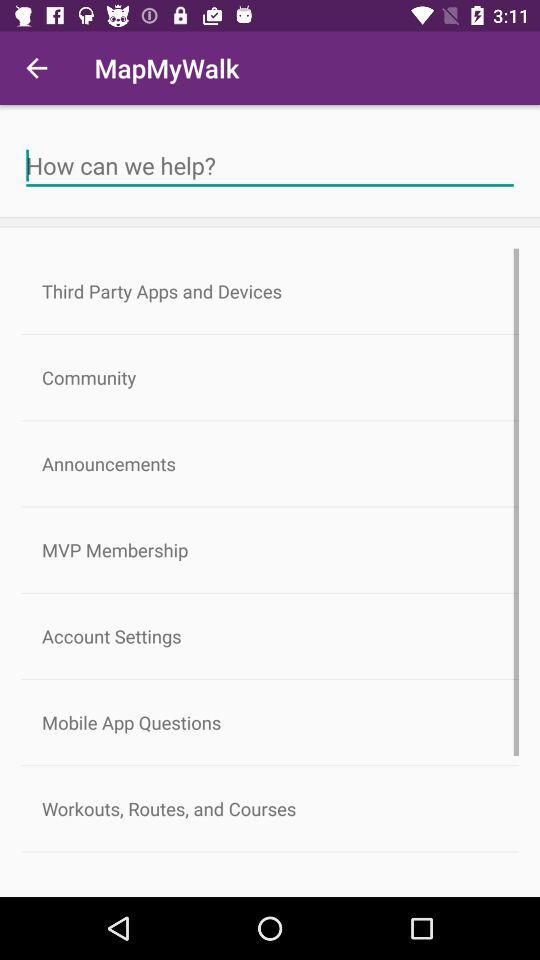 This screenshot has height=960, width=540. I want to click on item above mvp membership item, so click(270, 463).